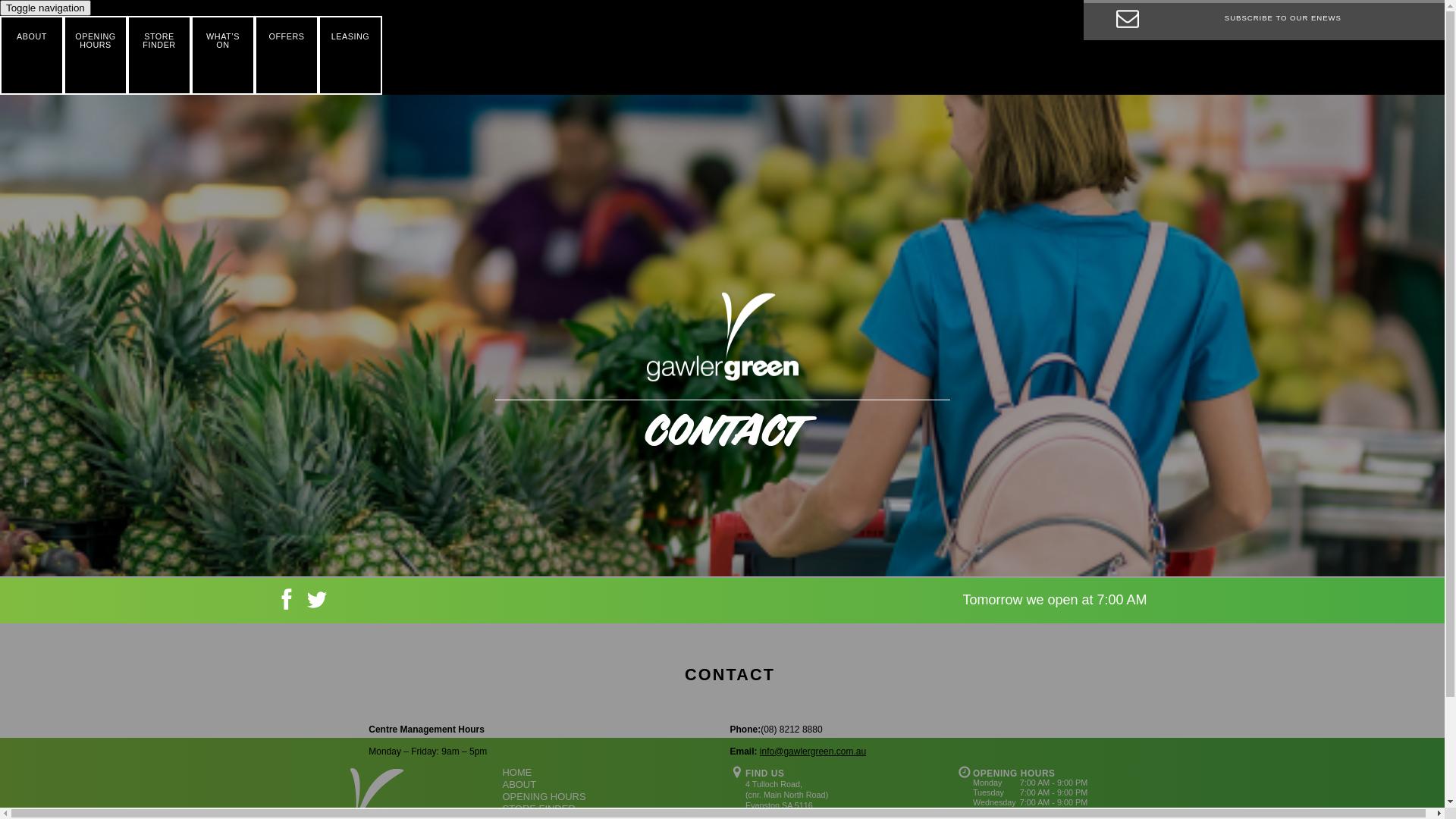 This screenshot has width=1456, height=819. What do you see at coordinates (811, 752) in the screenshot?
I see `'info@gawlergreen.com.au'` at bounding box center [811, 752].